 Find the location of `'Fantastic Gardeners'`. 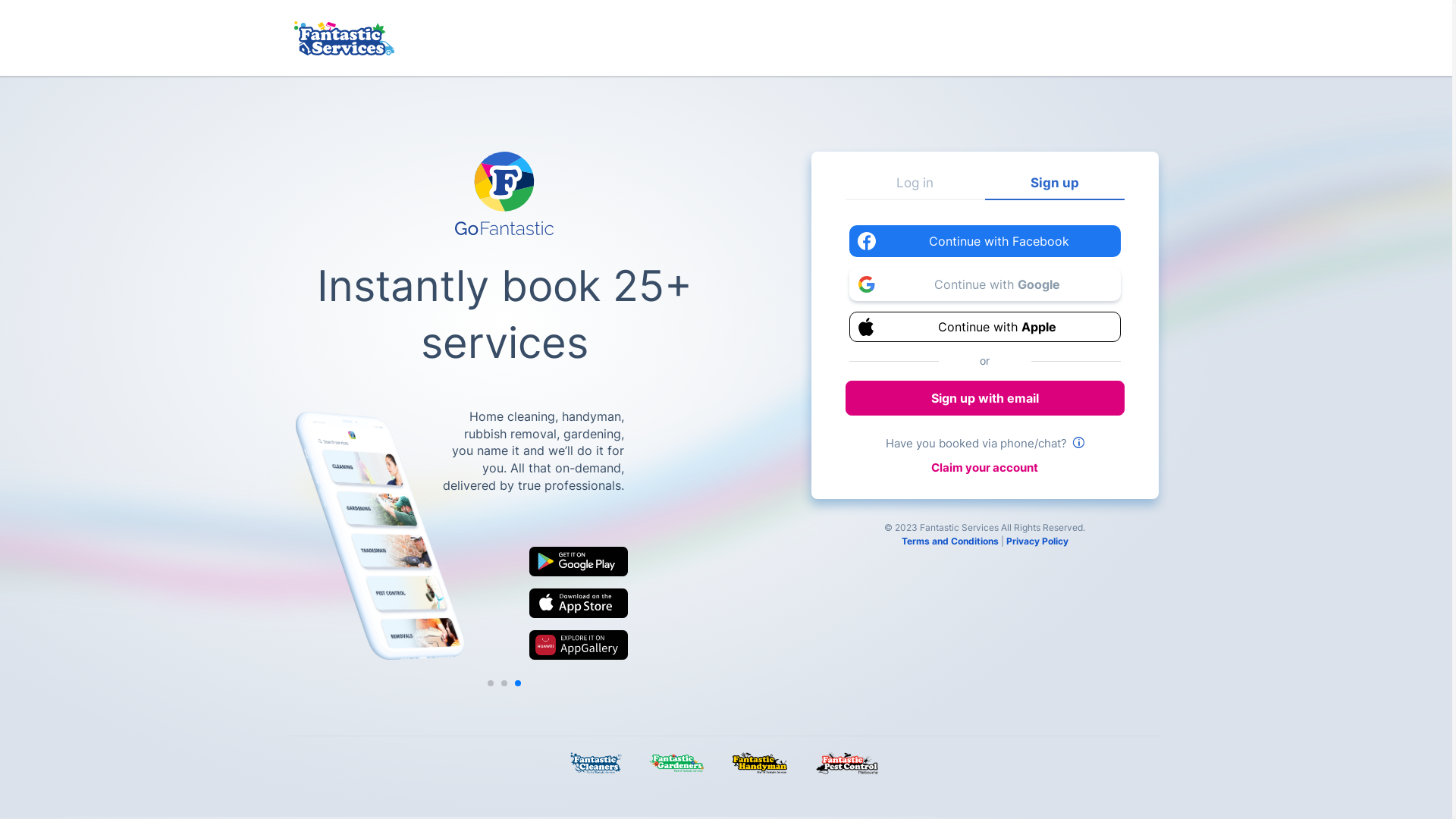

'Fantastic Gardeners' is located at coordinates (648, 763).